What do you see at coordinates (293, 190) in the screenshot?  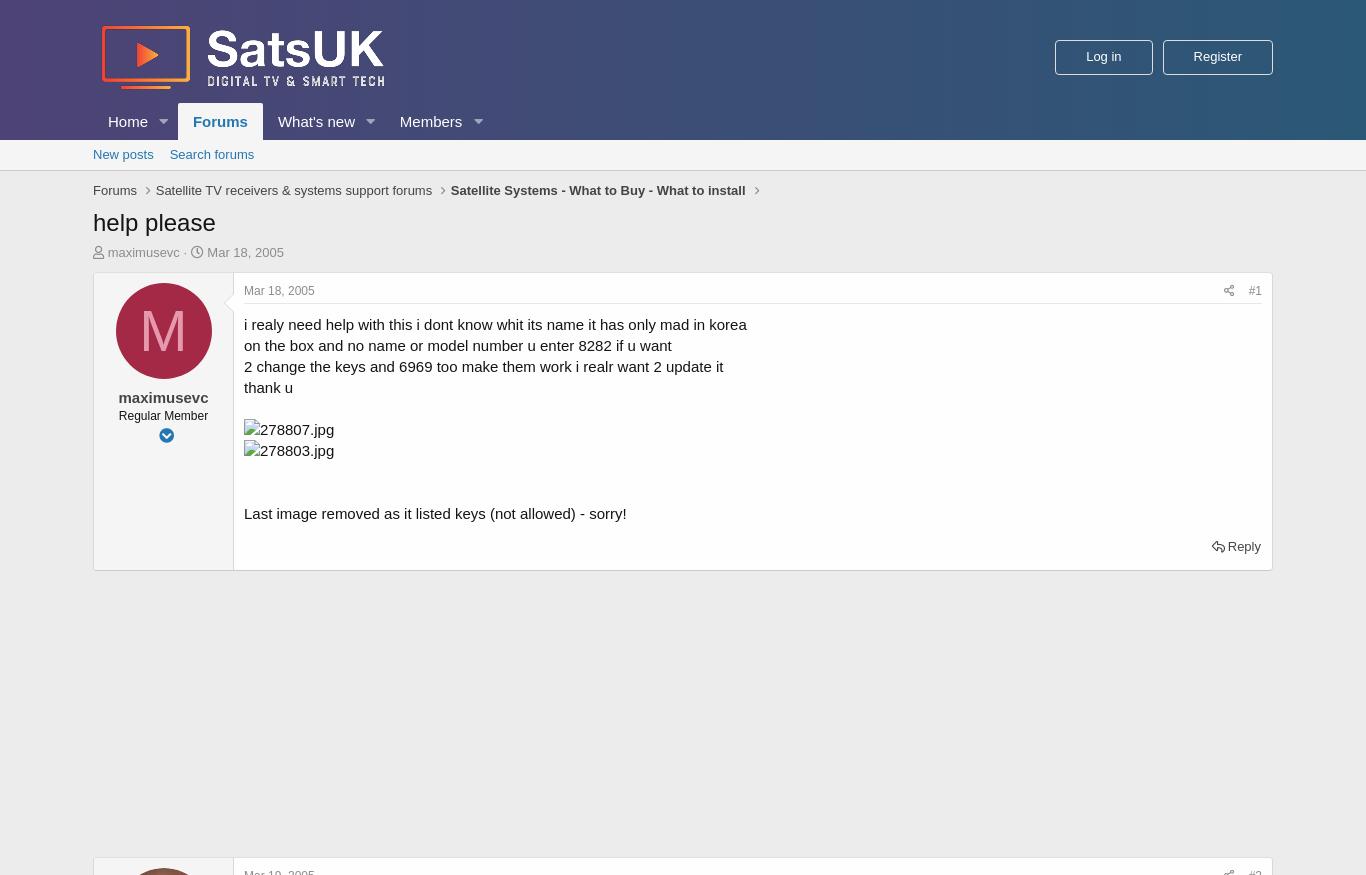 I see `'Satellite TV receivers & systems support forums'` at bounding box center [293, 190].